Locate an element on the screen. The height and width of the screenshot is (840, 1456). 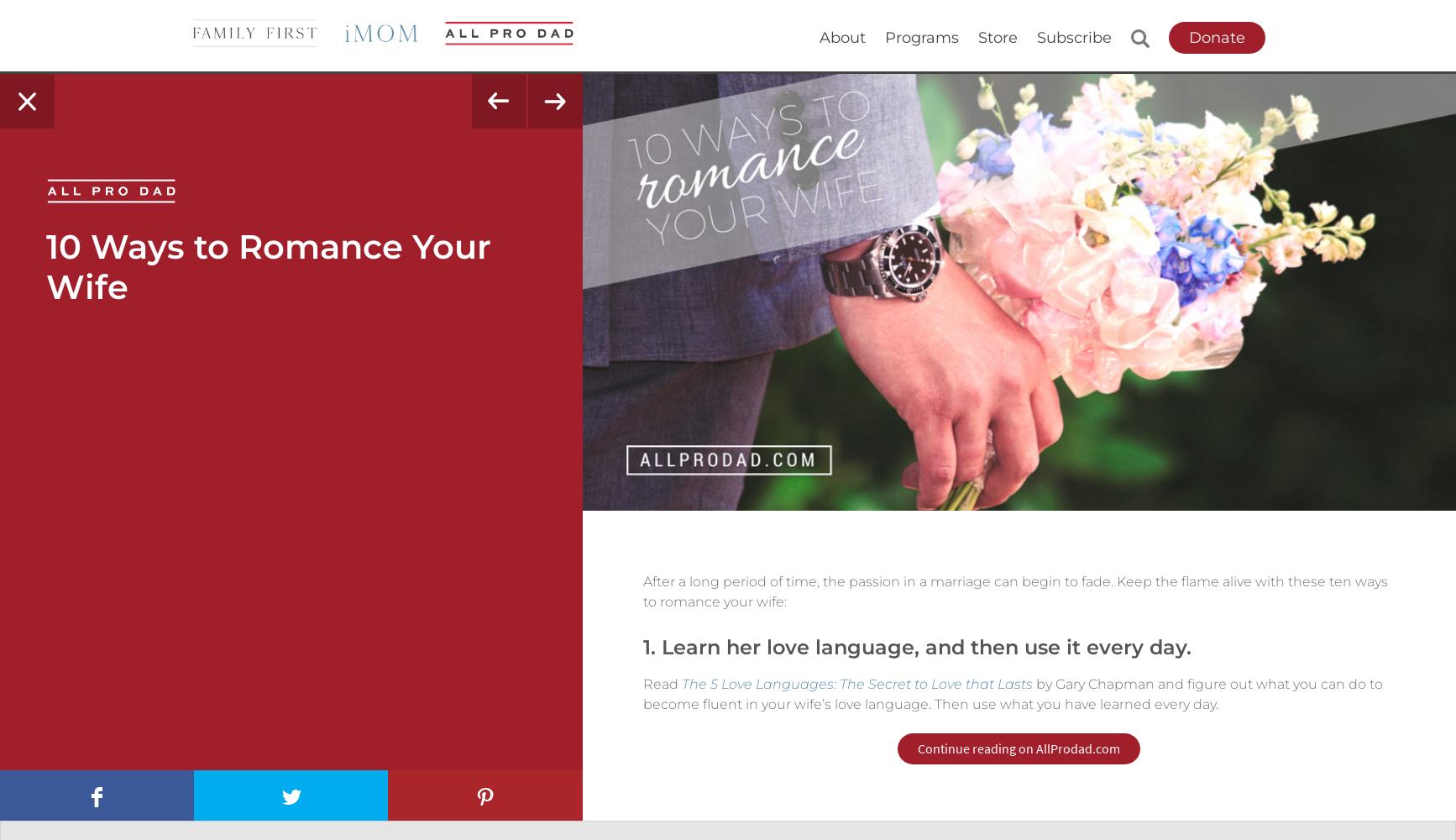
'Continue reading on AllProdad.com' is located at coordinates (1019, 748).